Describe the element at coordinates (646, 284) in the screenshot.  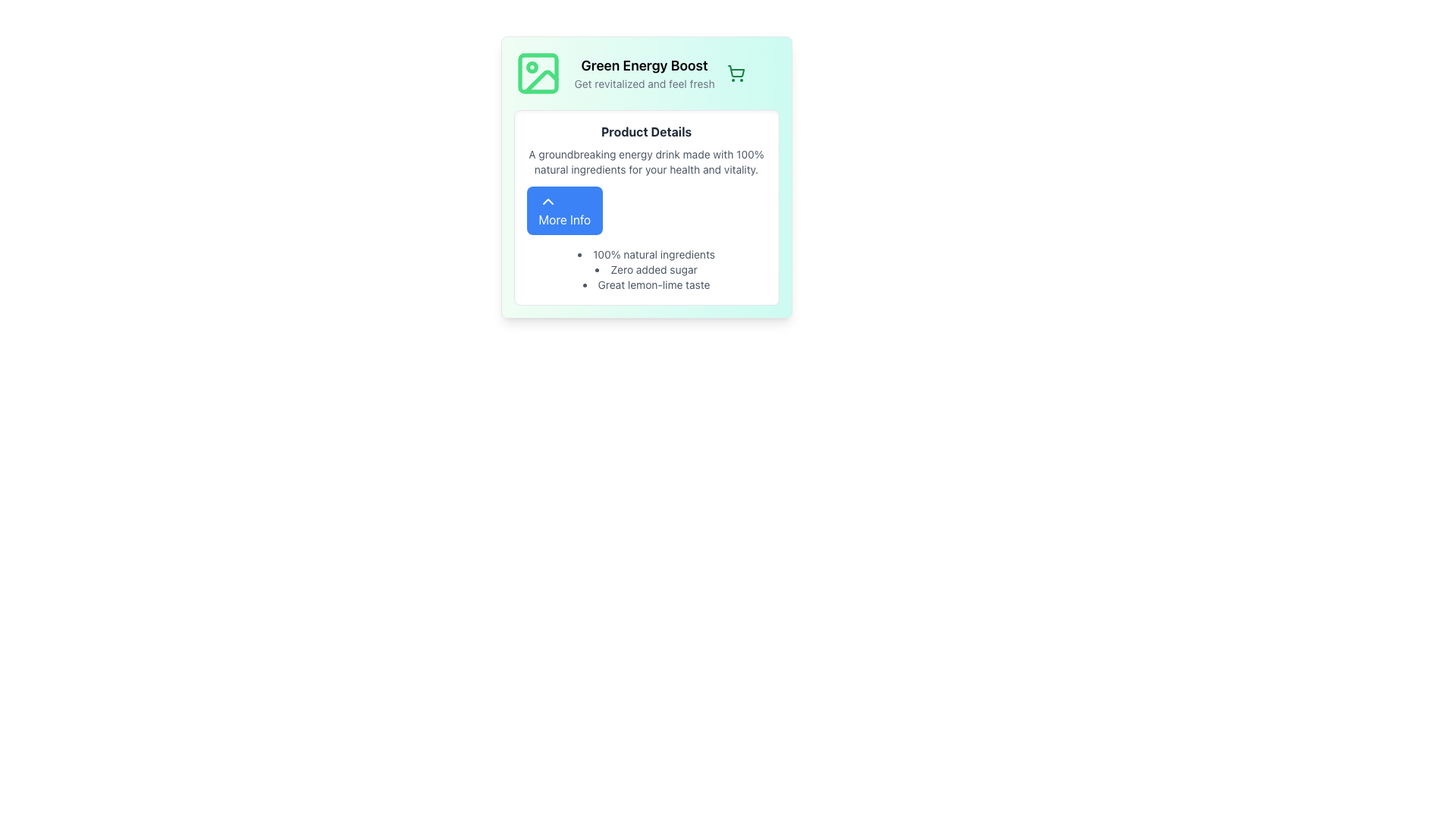
I see `the list item with the text 'Great lemon-lime taste'` at that location.